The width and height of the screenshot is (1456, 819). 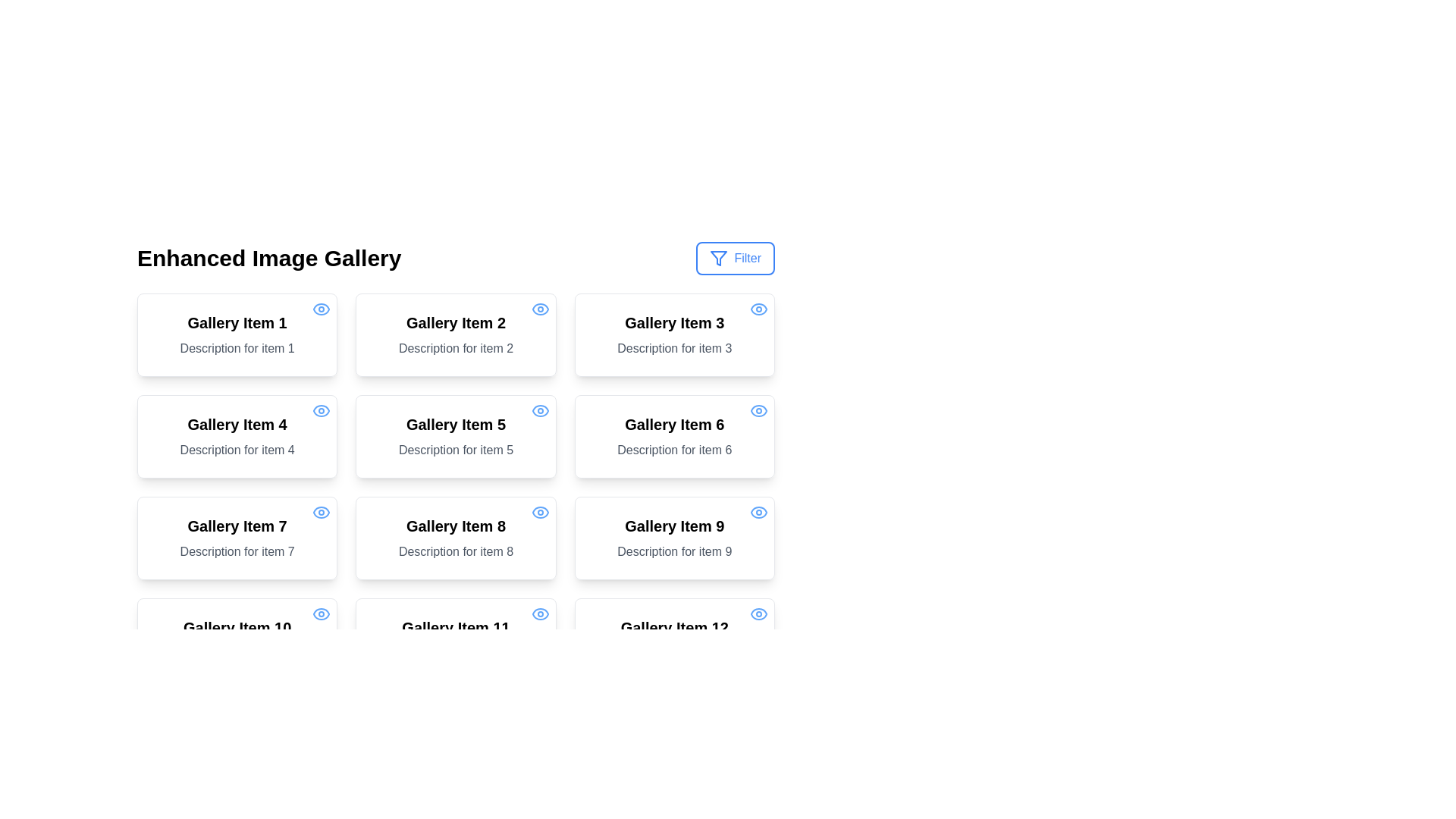 What do you see at coordinates (455, 322) in the screenshot?
I see `the text label displaying 'Gallery Item 2', which is styled in bold and larger font, located in the upper row, second column of the 'Enhanced Image Gallery' grid layout` at bounding box center [455, 322].